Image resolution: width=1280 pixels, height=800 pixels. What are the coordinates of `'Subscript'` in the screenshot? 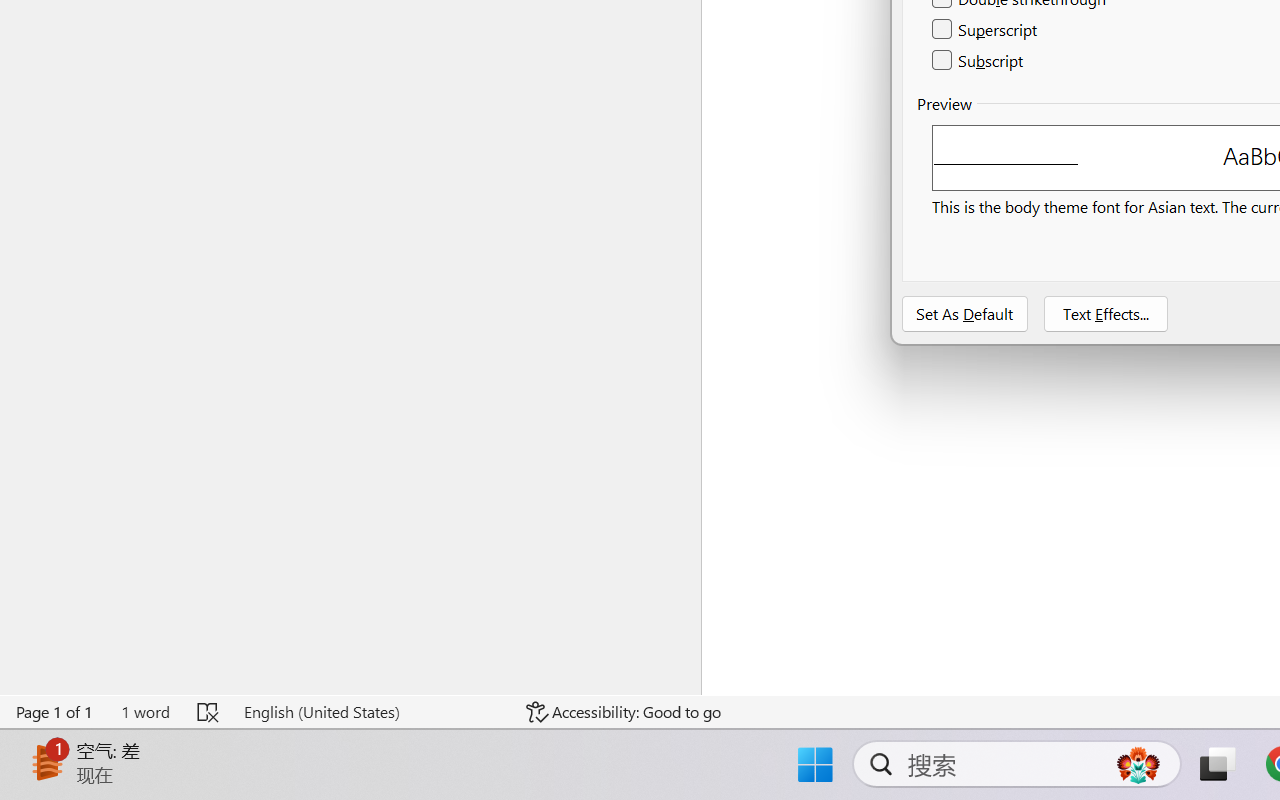 It's located at (979, 59).